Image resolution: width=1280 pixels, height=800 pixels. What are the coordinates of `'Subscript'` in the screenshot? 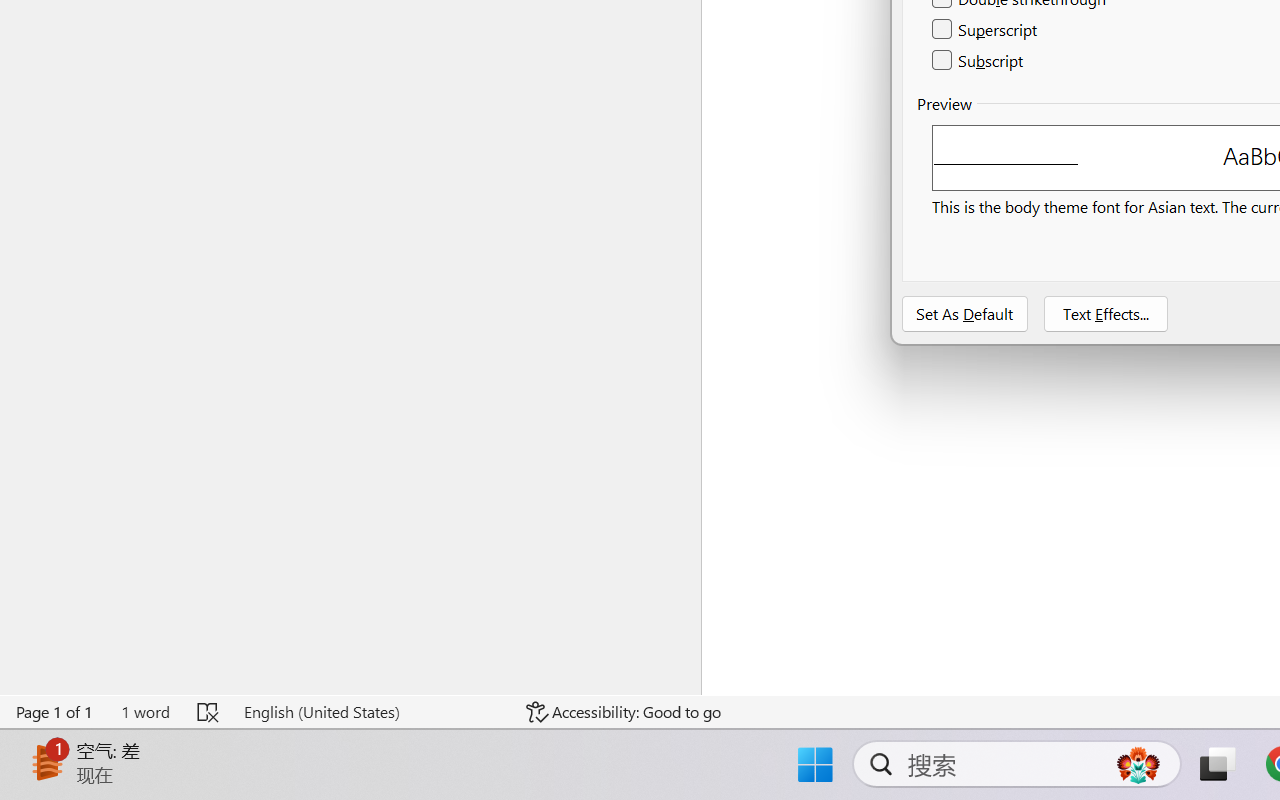 It's located at (979, 59).